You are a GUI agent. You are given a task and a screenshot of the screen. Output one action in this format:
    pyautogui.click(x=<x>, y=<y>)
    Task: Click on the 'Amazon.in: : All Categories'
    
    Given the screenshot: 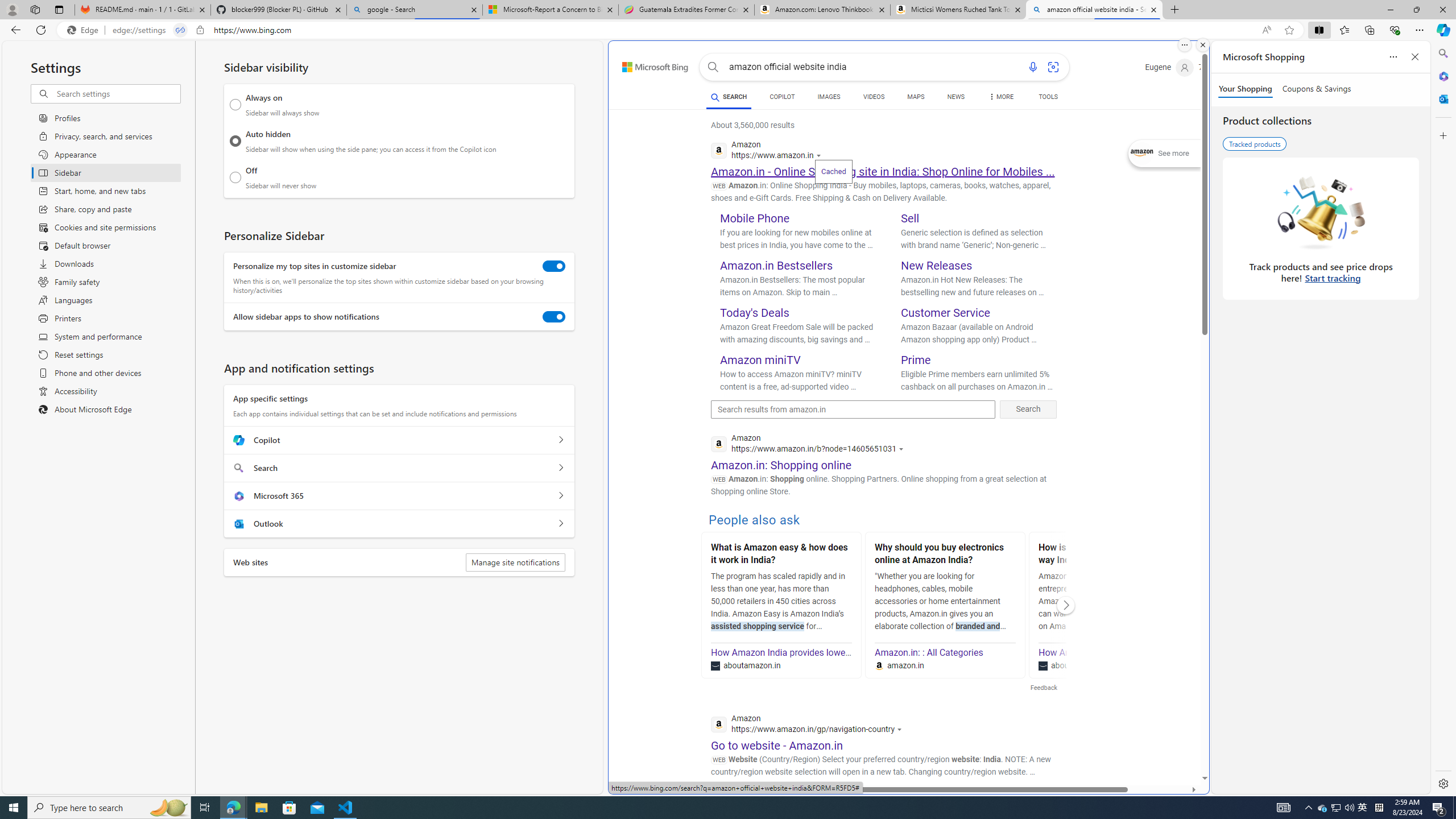 What is the action you would take?
    pyautogui.click(x=928, y=652)
    